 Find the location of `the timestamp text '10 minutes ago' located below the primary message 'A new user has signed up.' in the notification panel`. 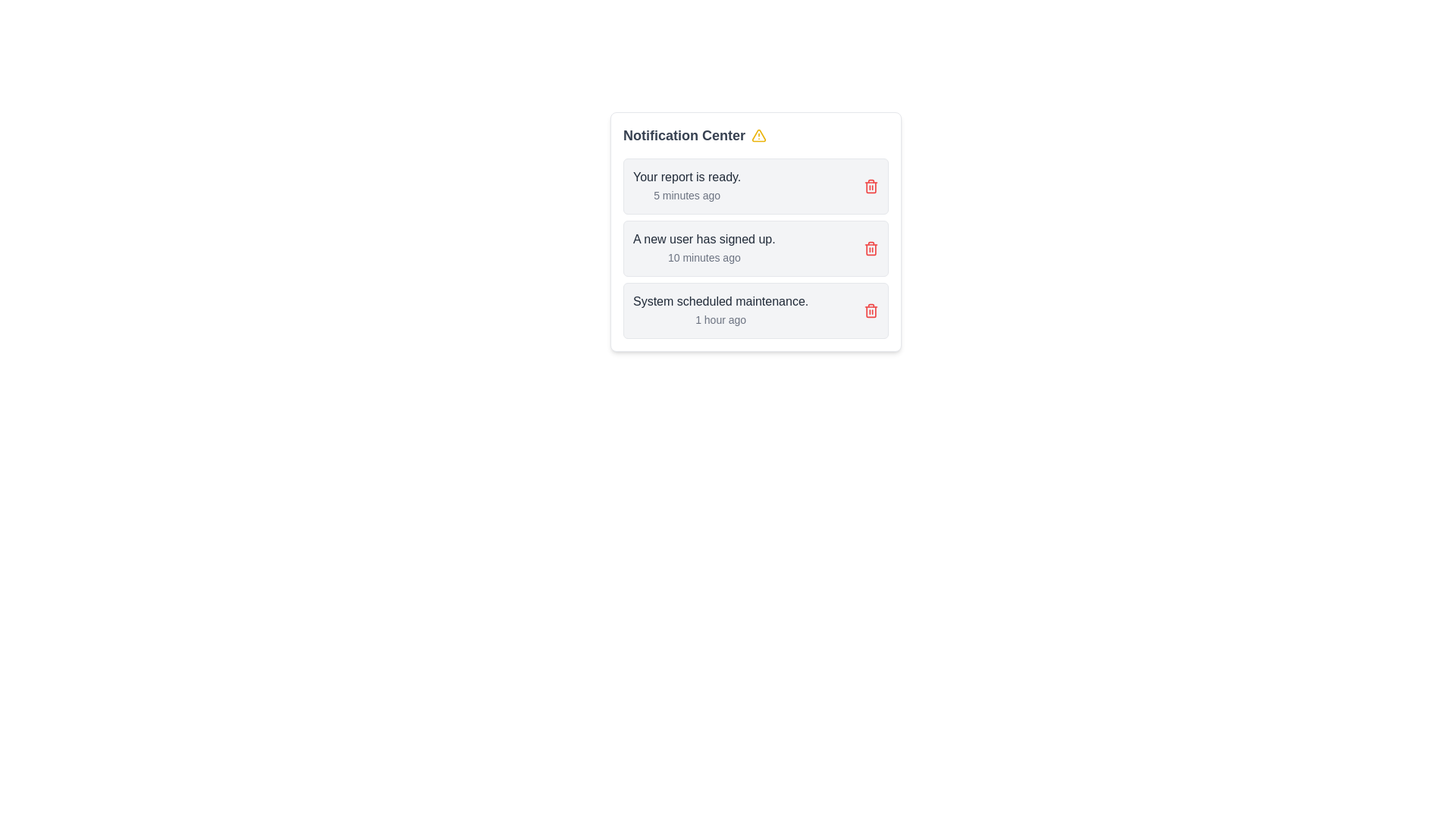

the timestamp text '10 minutes ago' located below the primary message 'A new user has signed up.' in the notification panel is located at coordinates (703, 256).